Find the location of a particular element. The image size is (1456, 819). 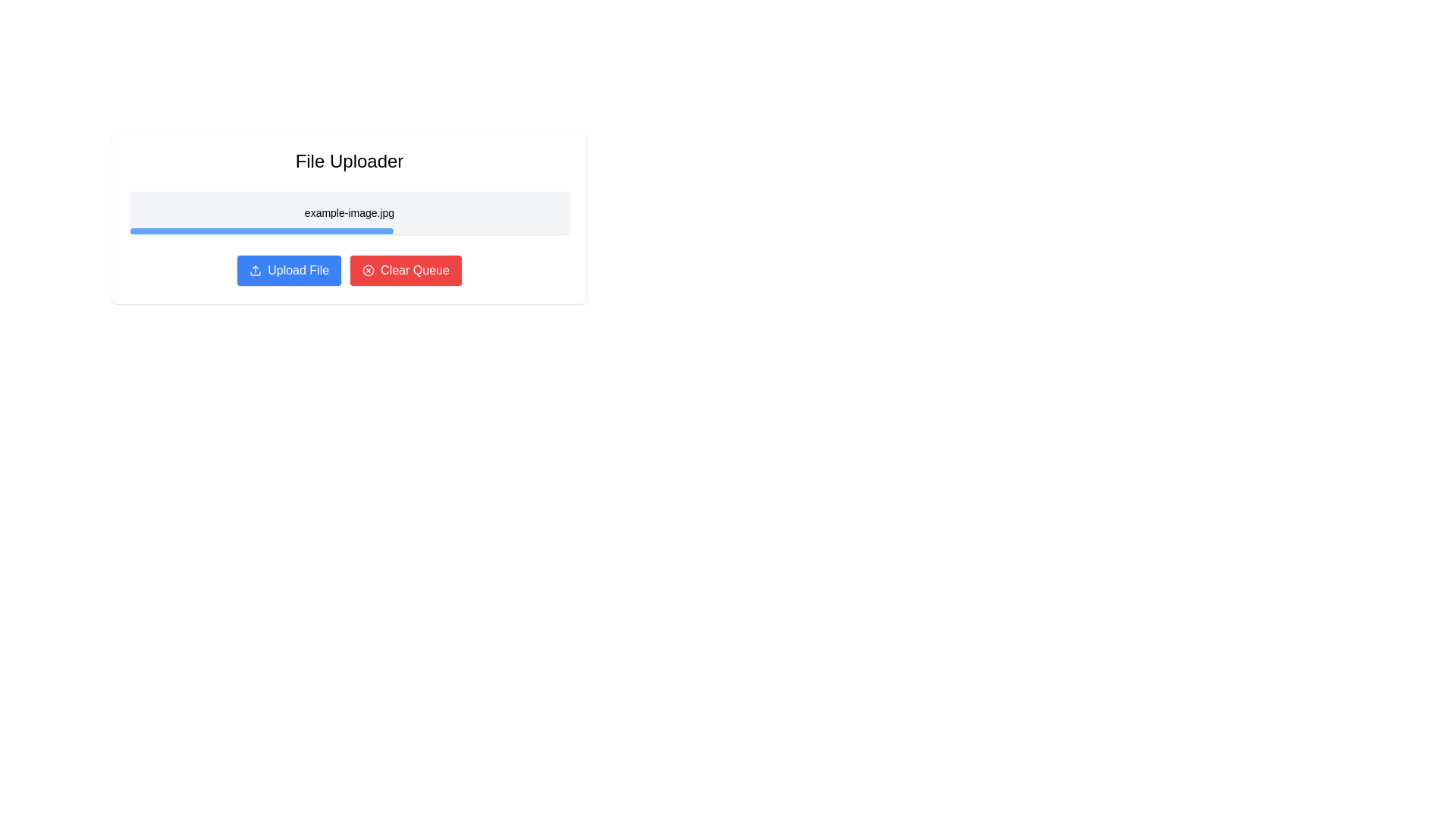

the button located to the right of the blue 'Upload File' button to clear the upload queue is located at coordinates (406, 270).